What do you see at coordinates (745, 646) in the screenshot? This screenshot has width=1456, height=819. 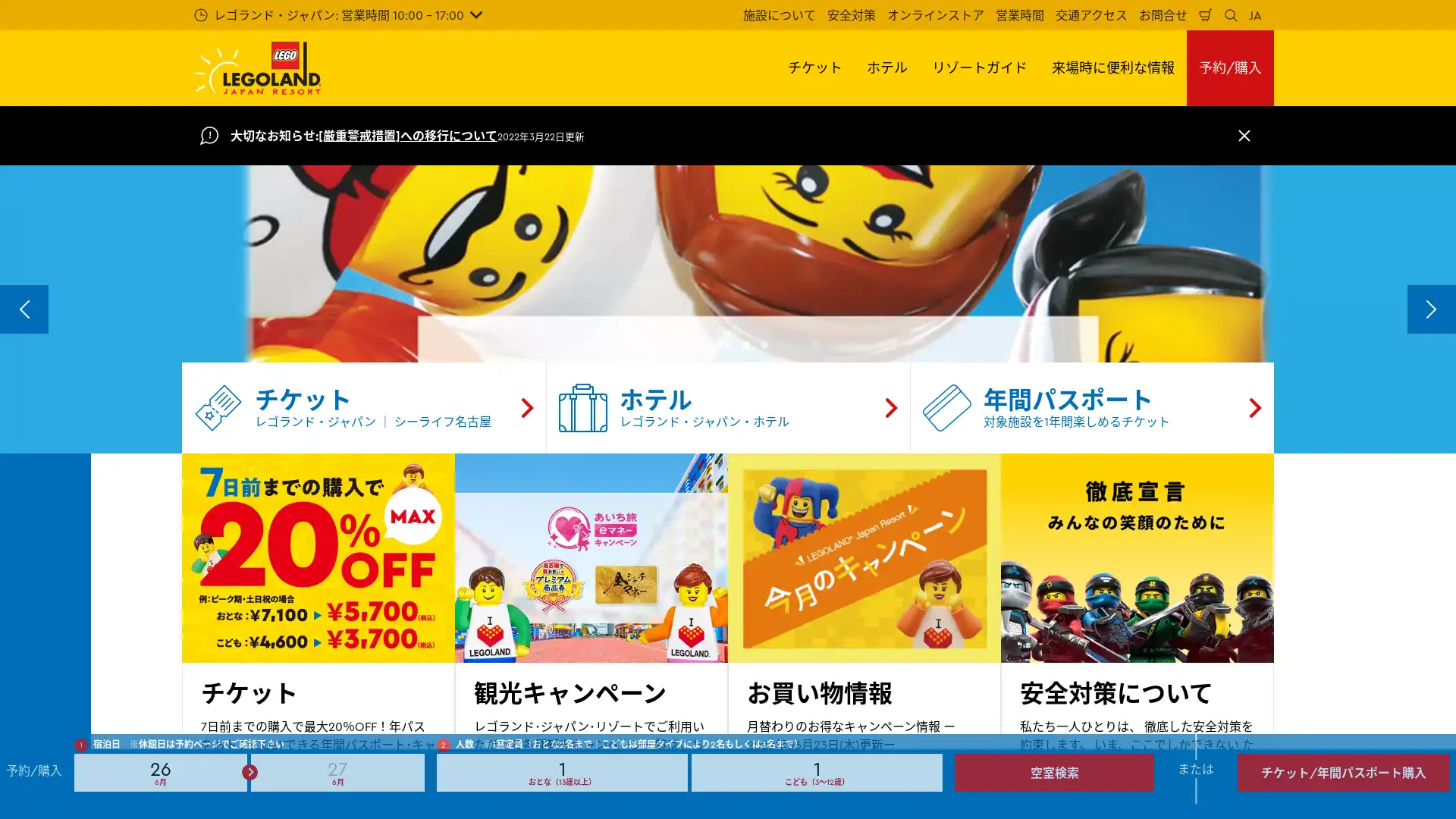 I see `Go to slide 4` at bounding box center [745, 646].